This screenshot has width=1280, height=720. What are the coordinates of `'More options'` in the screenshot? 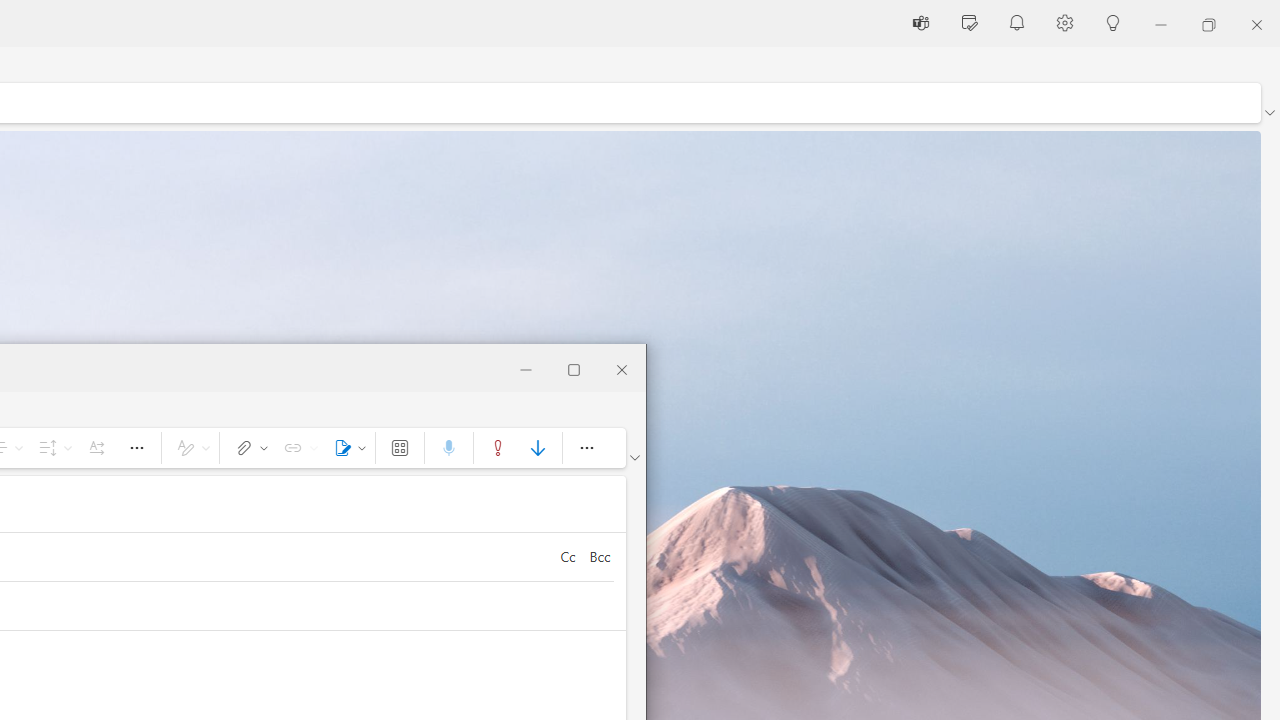 It's located at (585, 446).